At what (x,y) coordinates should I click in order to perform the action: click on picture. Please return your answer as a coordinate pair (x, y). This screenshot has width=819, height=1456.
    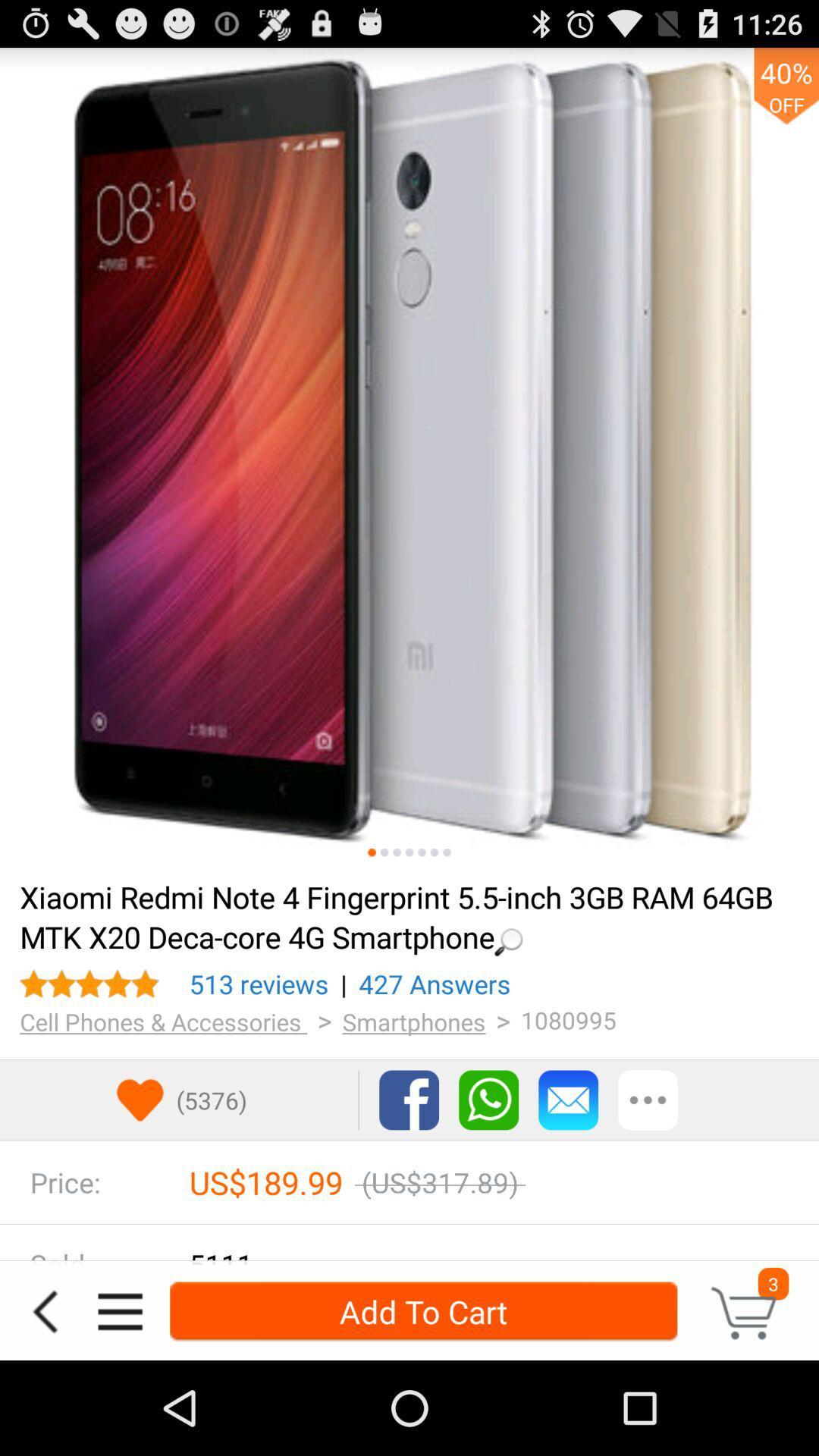
    Looking at the image, I should click on (435, 852).